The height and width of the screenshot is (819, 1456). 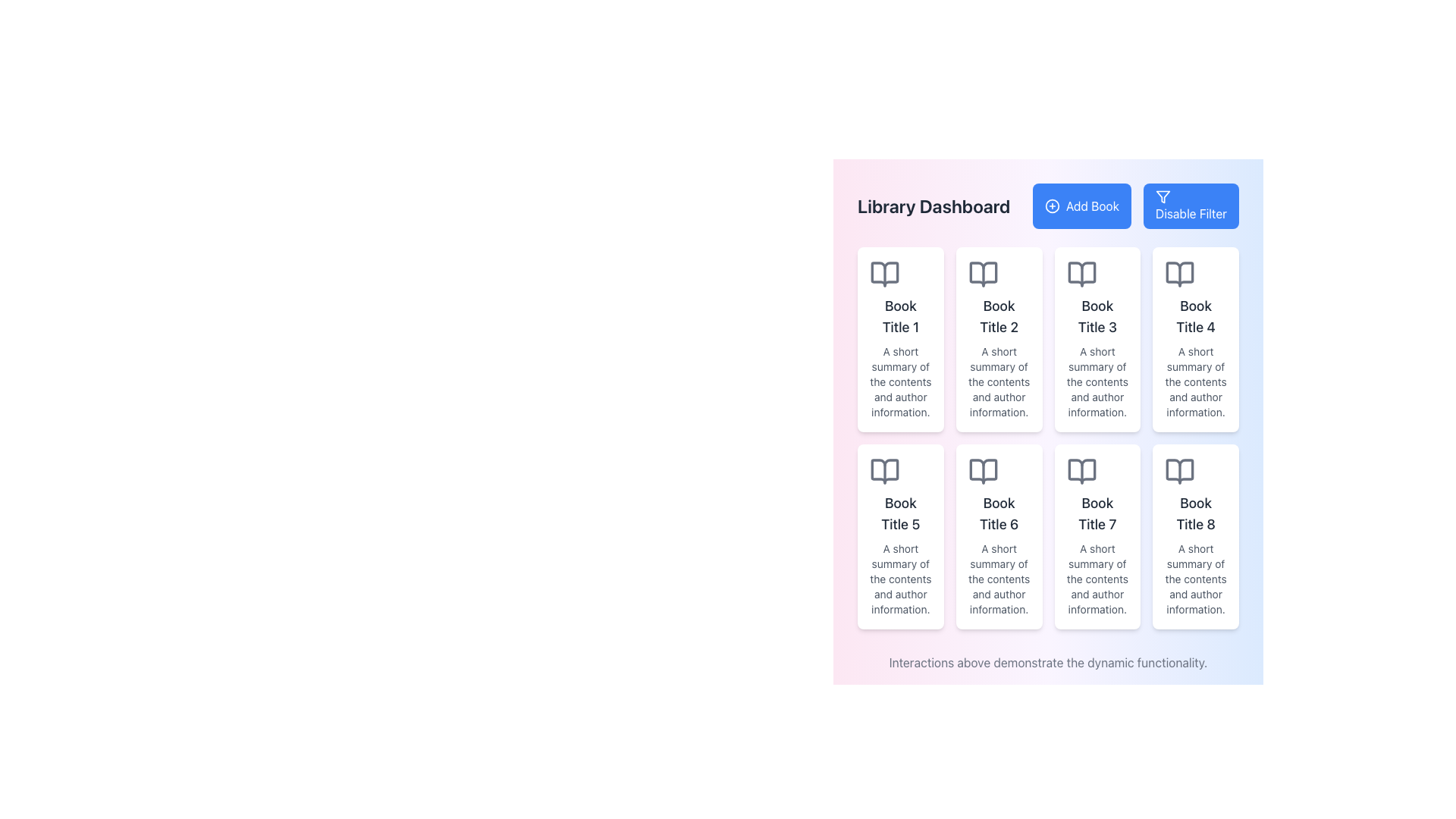 I want to click on the Information Card representing the specific book in the bottom-right corner of the grid layout, so click(x=1195, y=536).